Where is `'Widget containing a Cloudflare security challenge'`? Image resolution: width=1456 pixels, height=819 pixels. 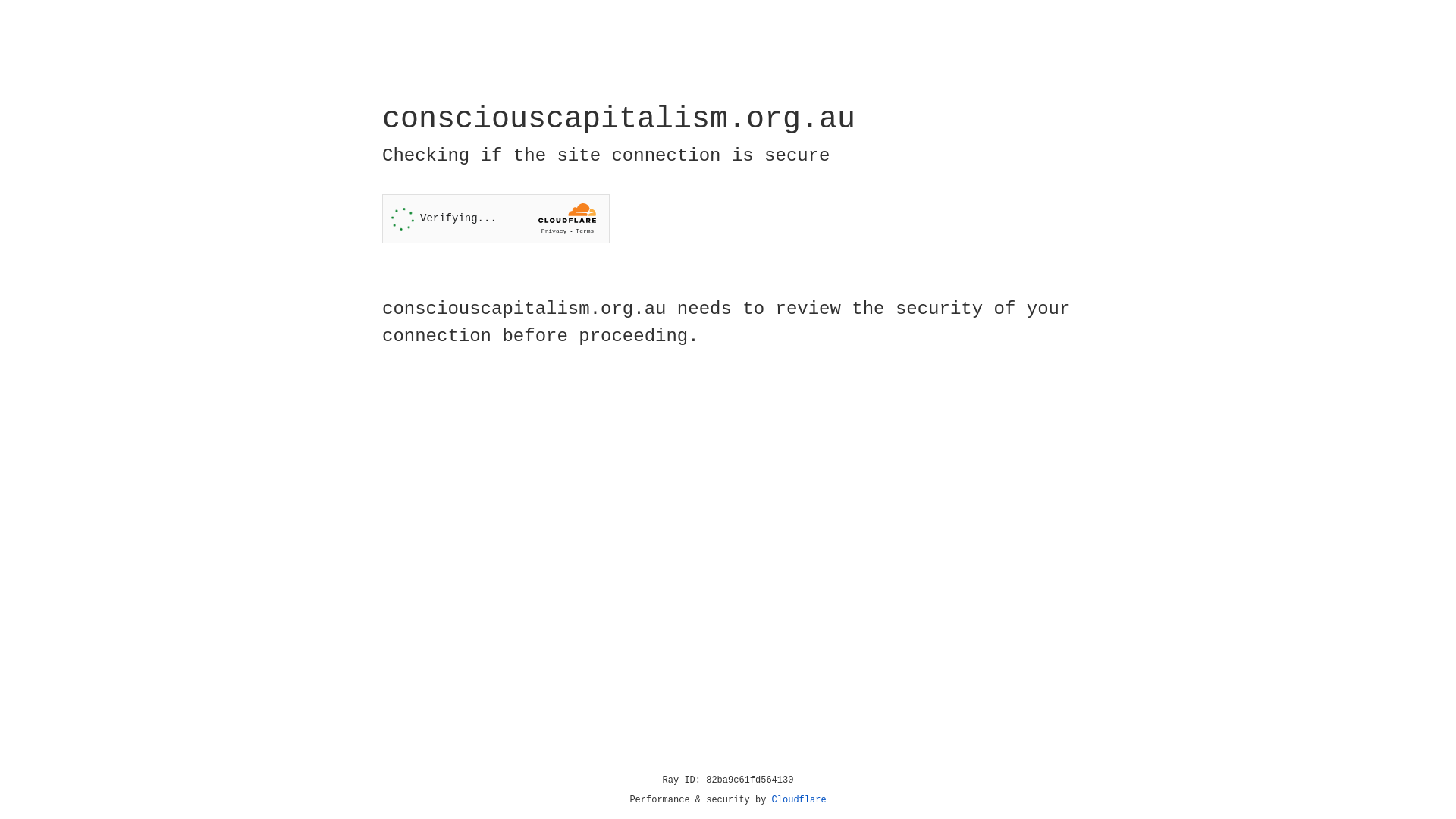 'Widget containing a Cloudflare security challenge' is located at coordinates (495, 218).